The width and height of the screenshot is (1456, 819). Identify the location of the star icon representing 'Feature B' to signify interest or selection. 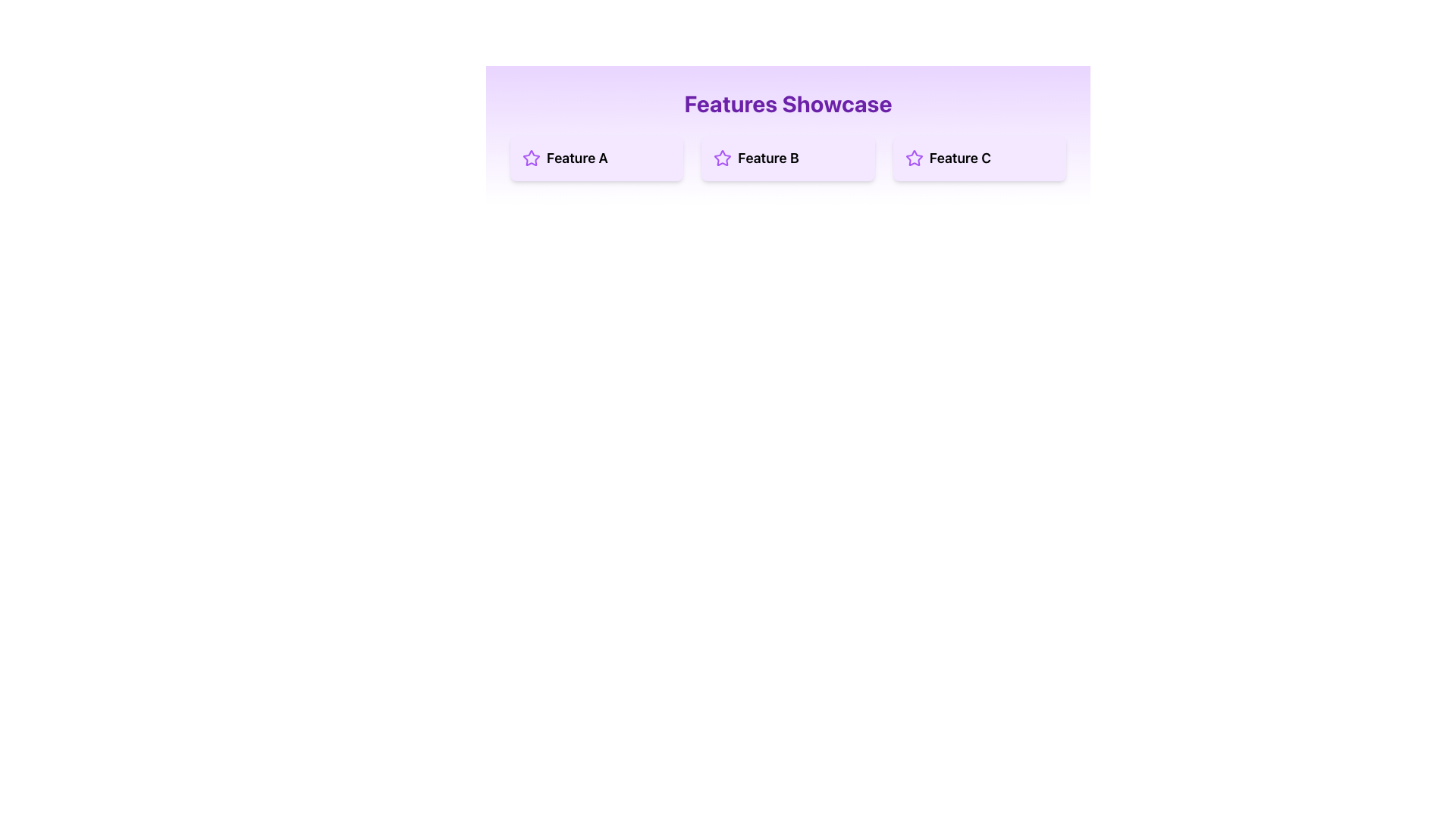
(787, 158).